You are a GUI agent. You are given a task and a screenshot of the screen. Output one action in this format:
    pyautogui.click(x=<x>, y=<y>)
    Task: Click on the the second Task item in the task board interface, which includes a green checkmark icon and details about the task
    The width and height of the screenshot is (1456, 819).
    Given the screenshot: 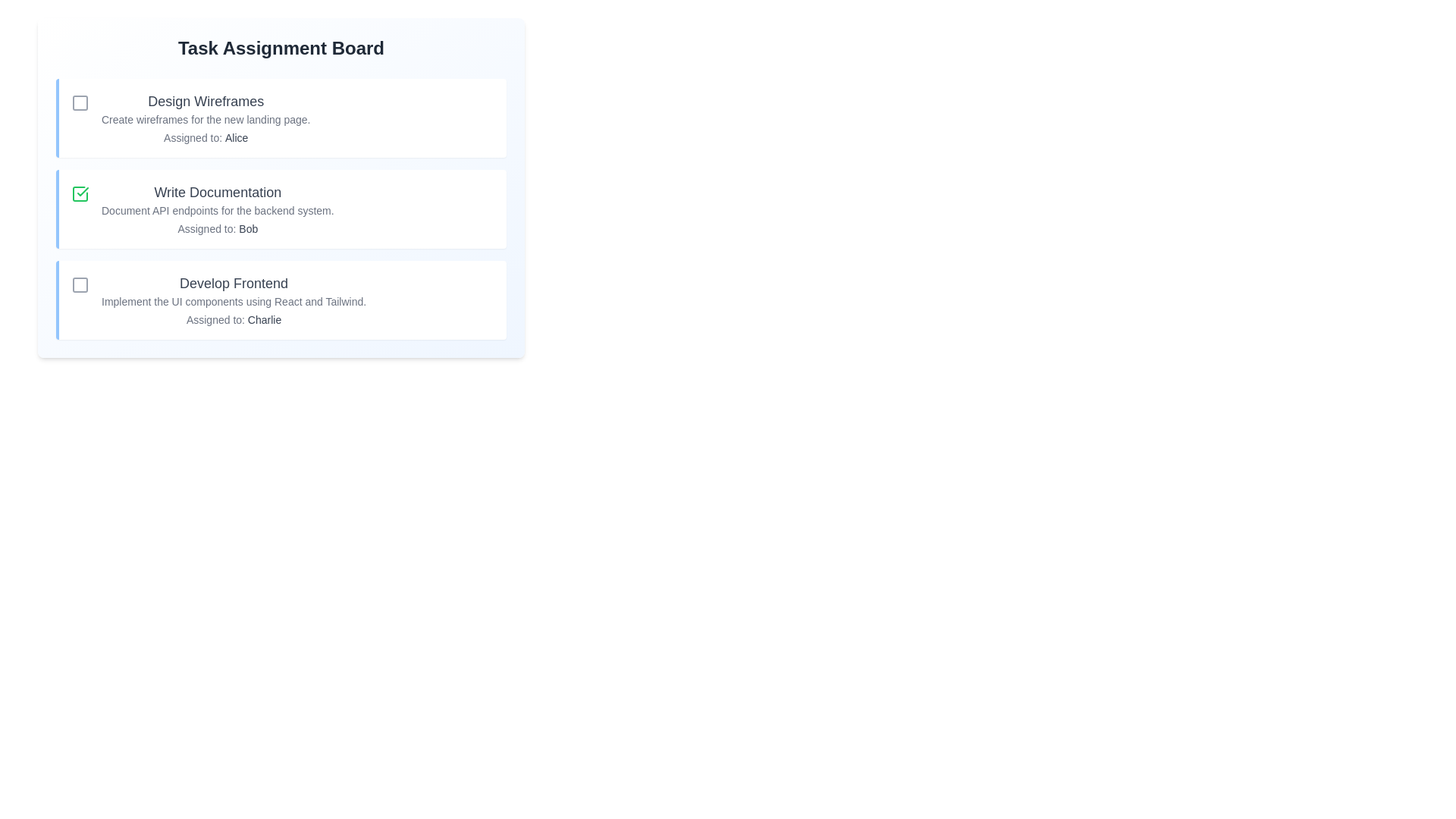 What is the action you would take?
    pyautogui.click(x=283, y=209)
    